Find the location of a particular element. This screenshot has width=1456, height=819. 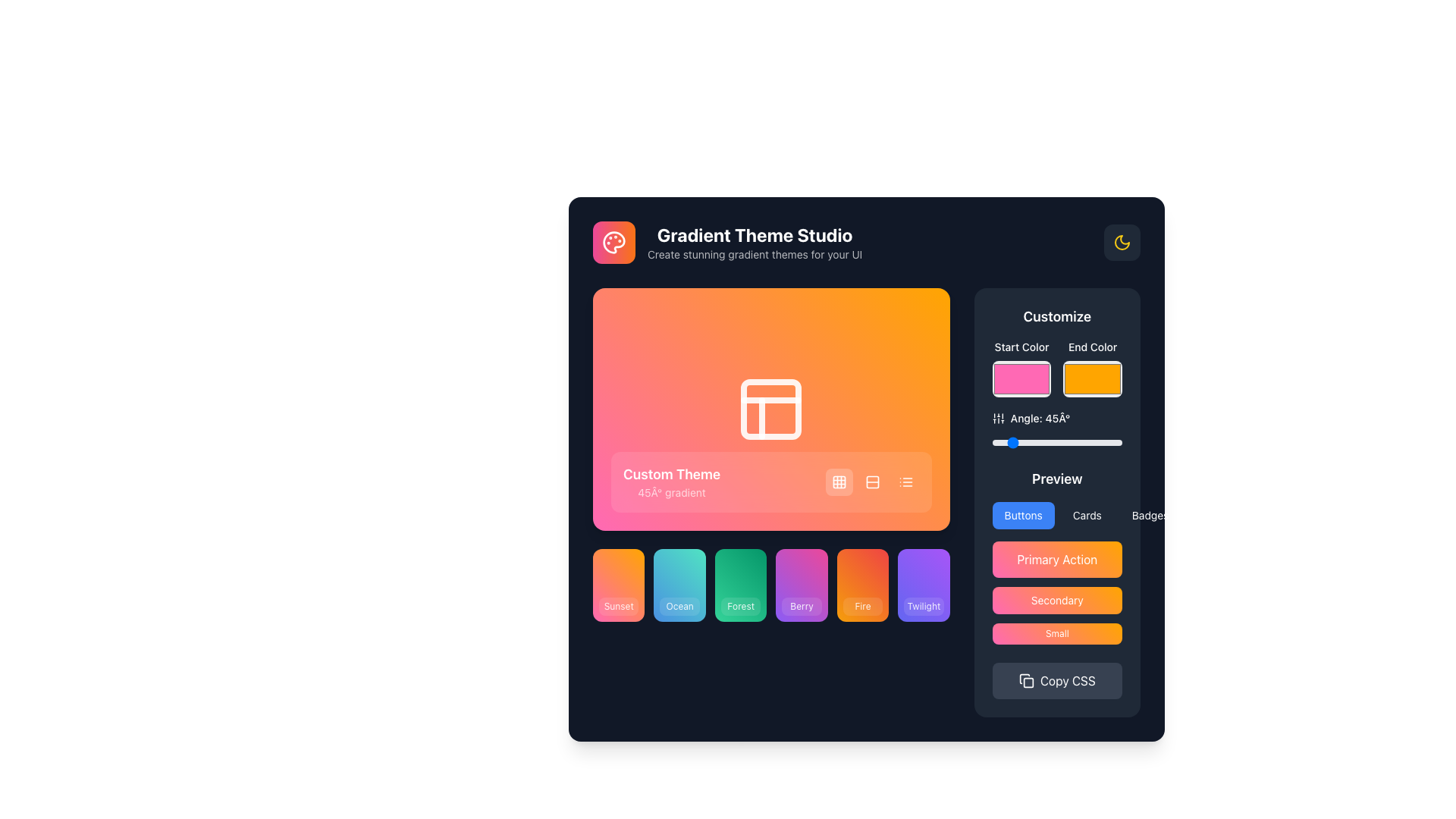

the current angle value displayed above the slider labeled 'Angle: 45°' in the Customize section of the interface is located at coordinates (1056, 430).